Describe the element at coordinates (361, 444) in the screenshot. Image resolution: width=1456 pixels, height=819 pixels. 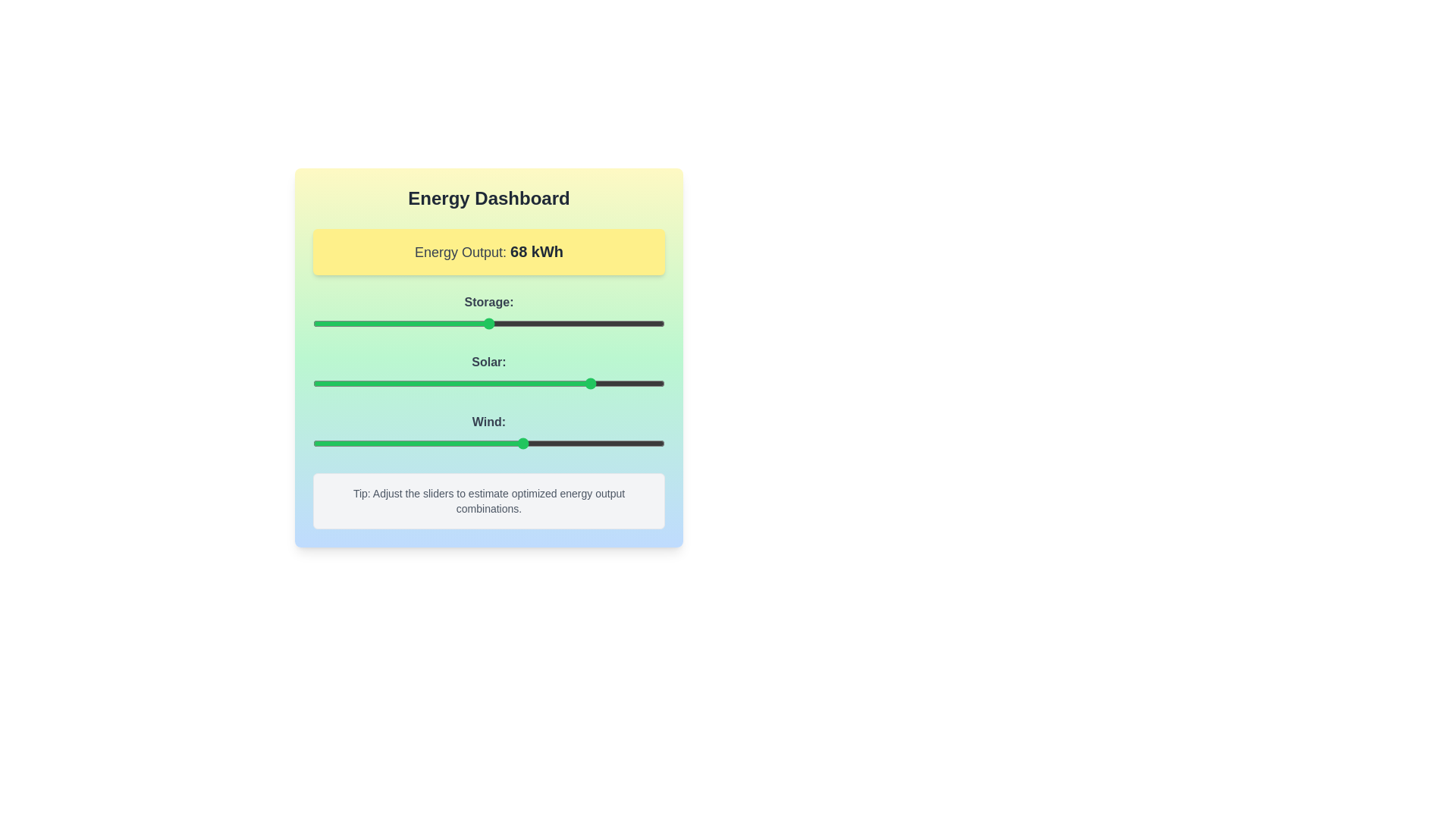
I see `the 'Wind' slider to set its value to 14` at that location.